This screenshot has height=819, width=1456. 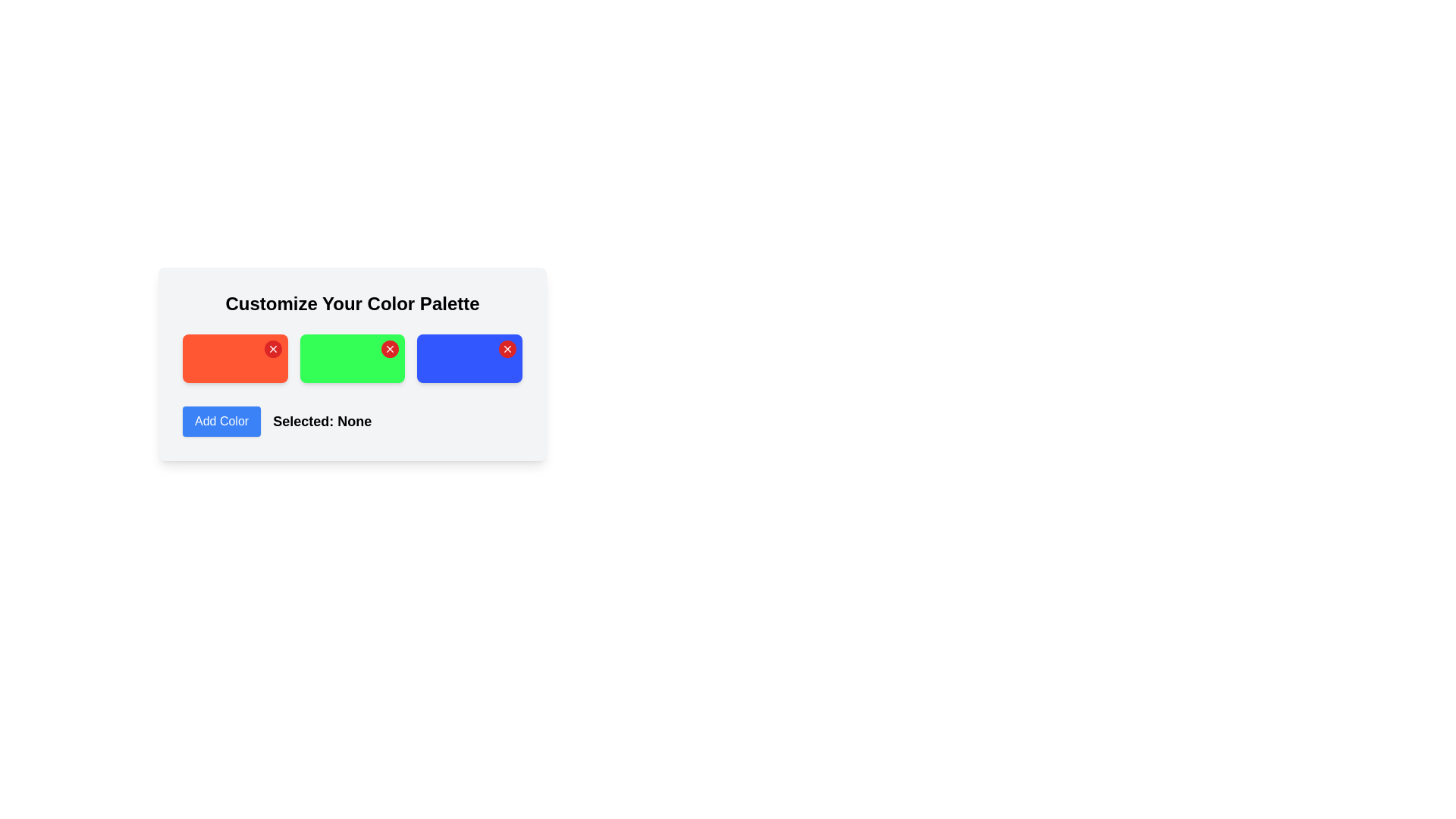 What do you see at coordinates (234, 361) in the screenshot?
I see `the first selectable color item with a red background and delete button, which has a circular button with a white cross at the top-right corner` at bounding box center [234, 361].